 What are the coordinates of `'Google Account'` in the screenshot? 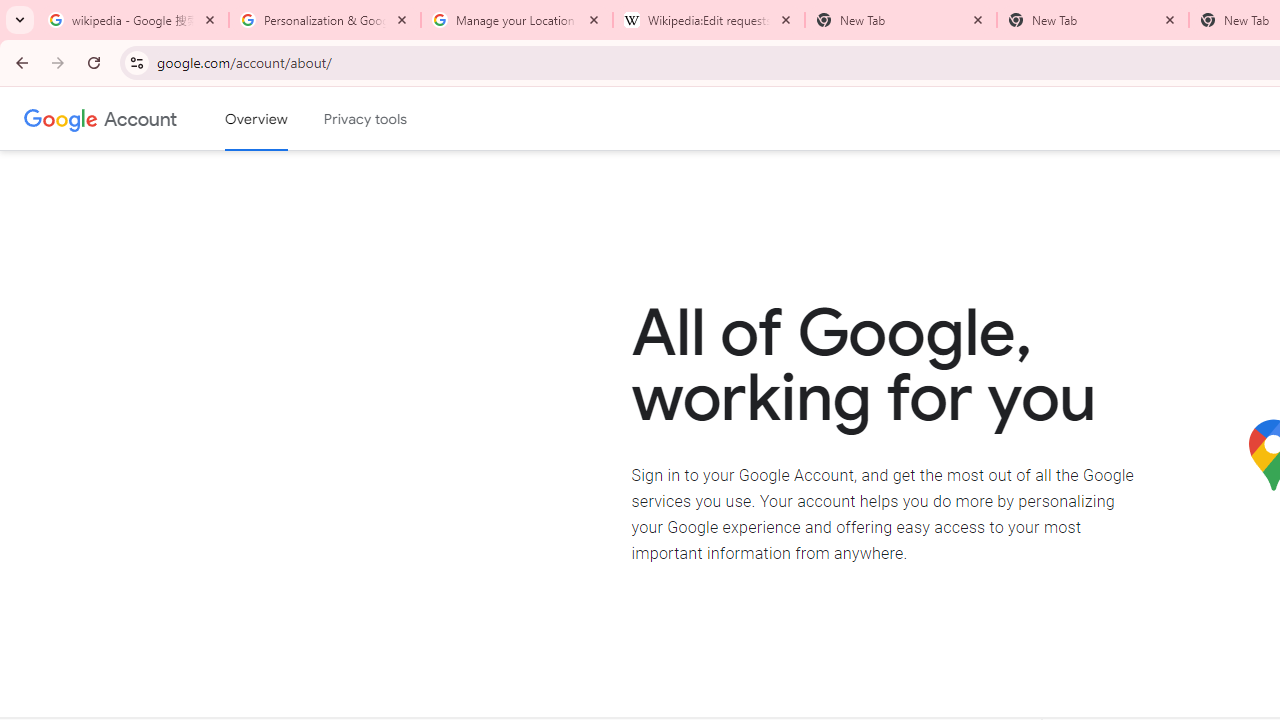 It's located at (139, 118).